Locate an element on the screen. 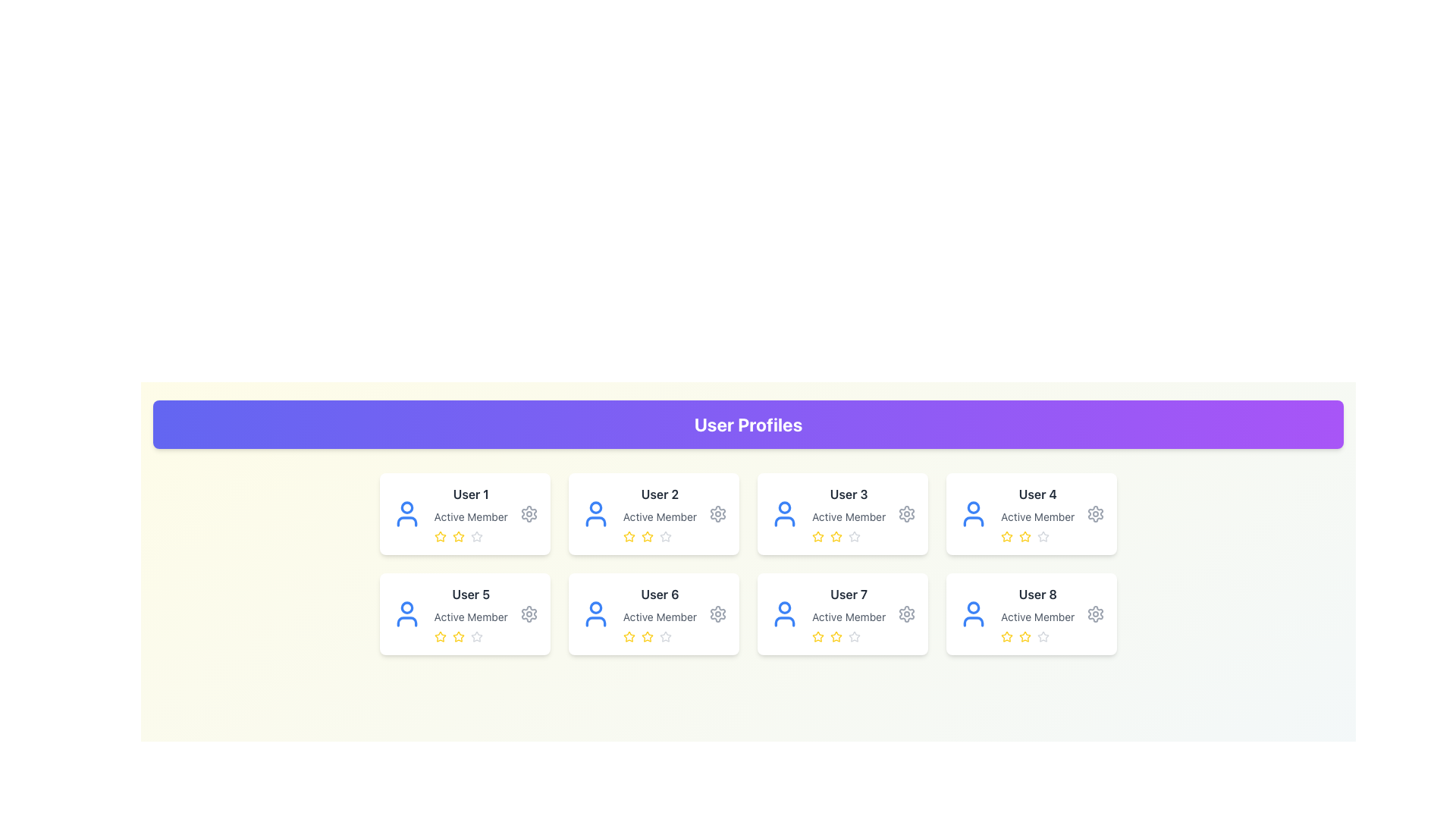 Image resolution: width=1456 pixels, height=819 pixels. the star rating system on the profile card located at the top-left corner of the grid layout to rate the user is located at coordinates (464, 513).